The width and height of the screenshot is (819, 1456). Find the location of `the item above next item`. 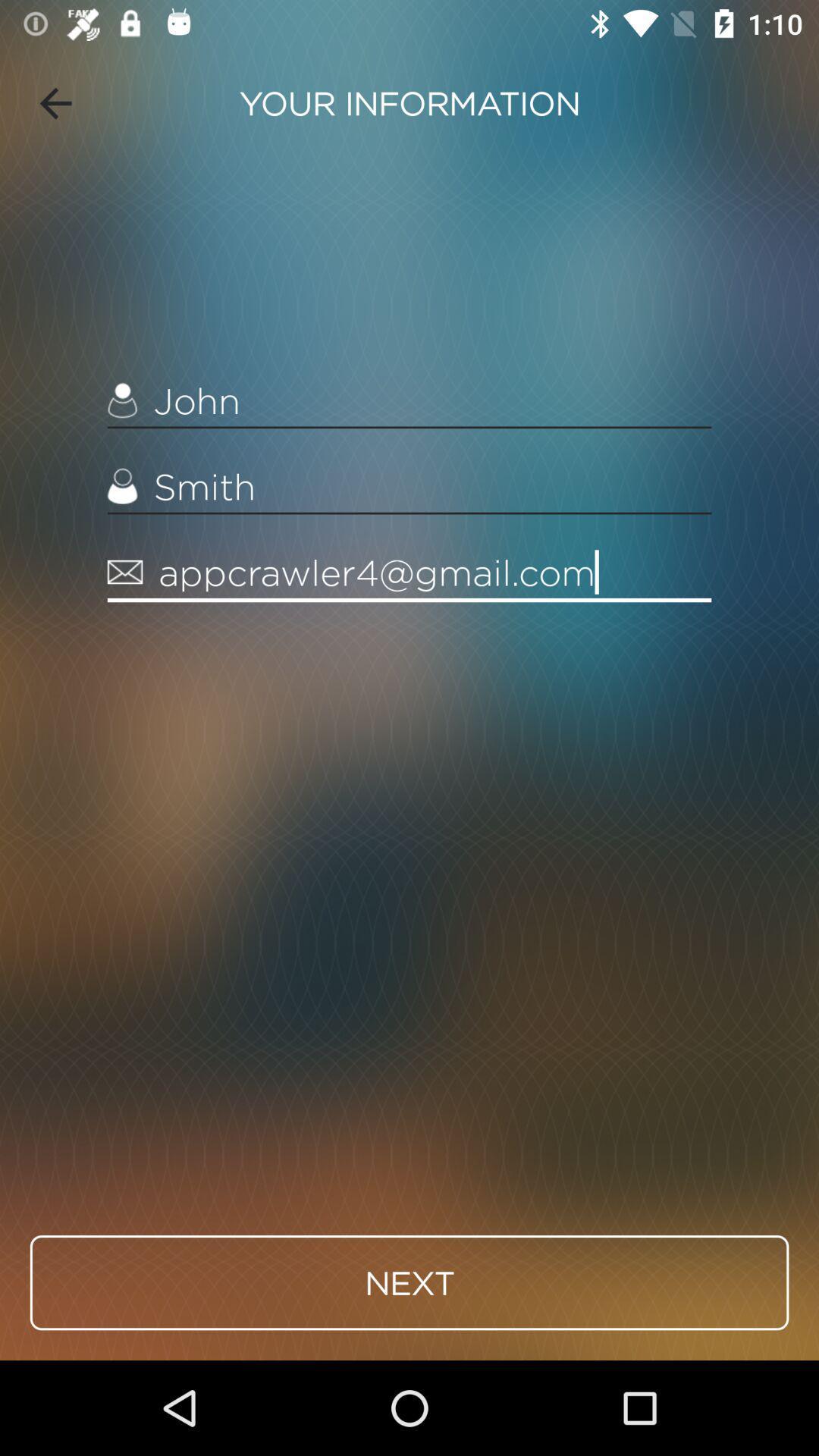

the item above next item is located at coordinates (409, 572).